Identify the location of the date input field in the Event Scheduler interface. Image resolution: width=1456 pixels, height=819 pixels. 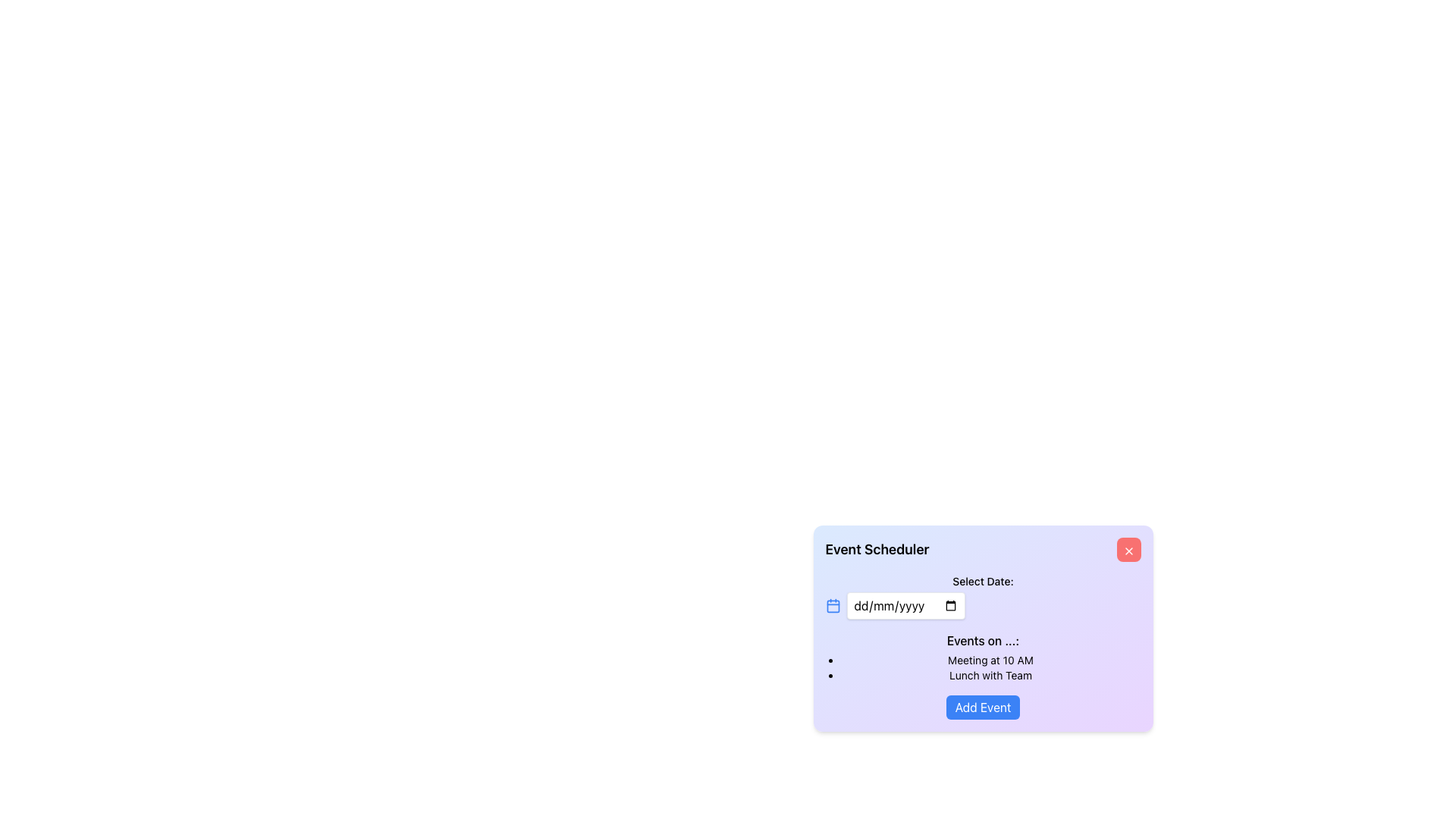
(905, 604).